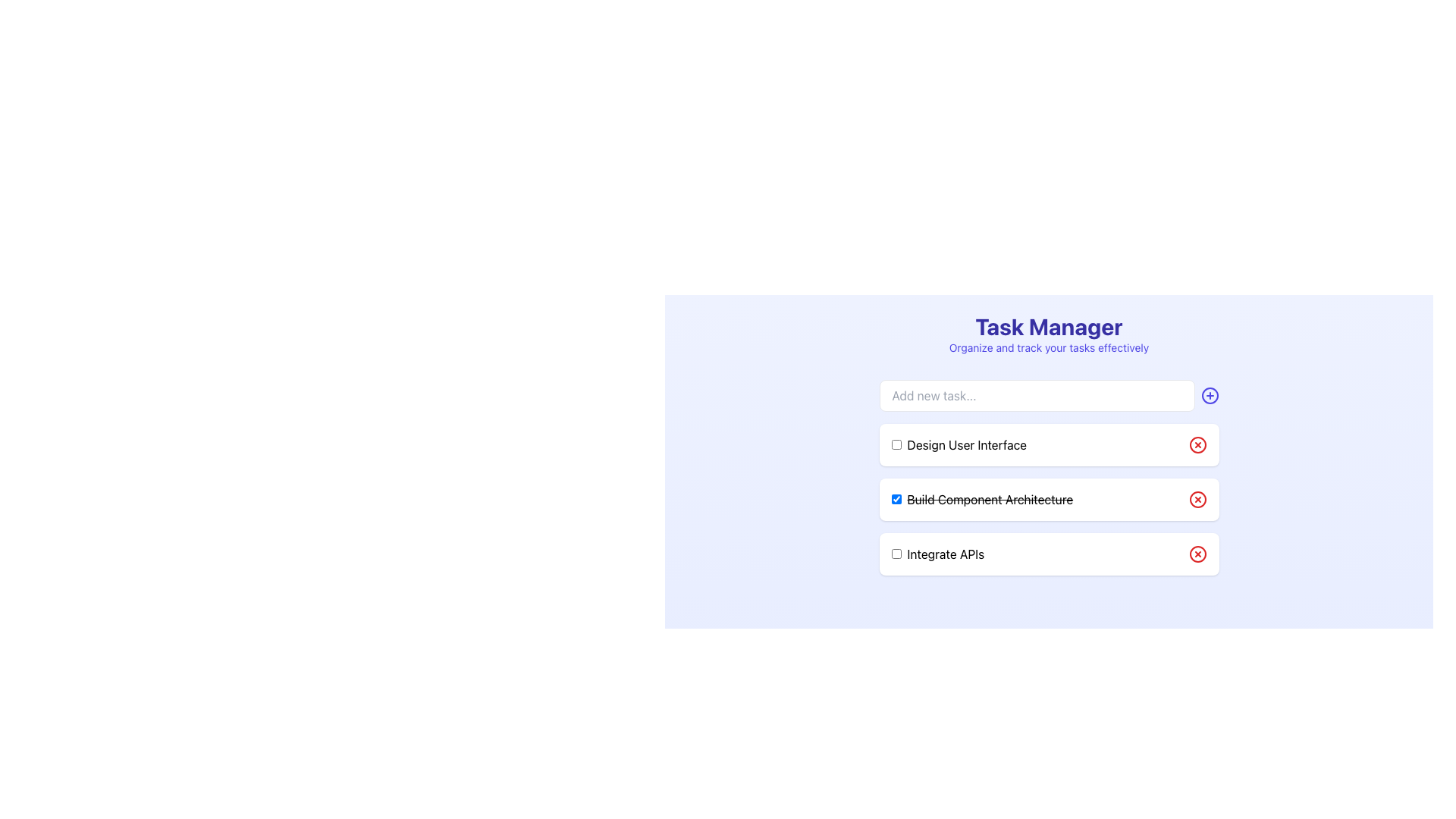 The width and height of the screenshot is (1456, 819). I want to click on the checkbox of the task item titled 'Design User Interface' to mark it as completed, so click(1048, 444).